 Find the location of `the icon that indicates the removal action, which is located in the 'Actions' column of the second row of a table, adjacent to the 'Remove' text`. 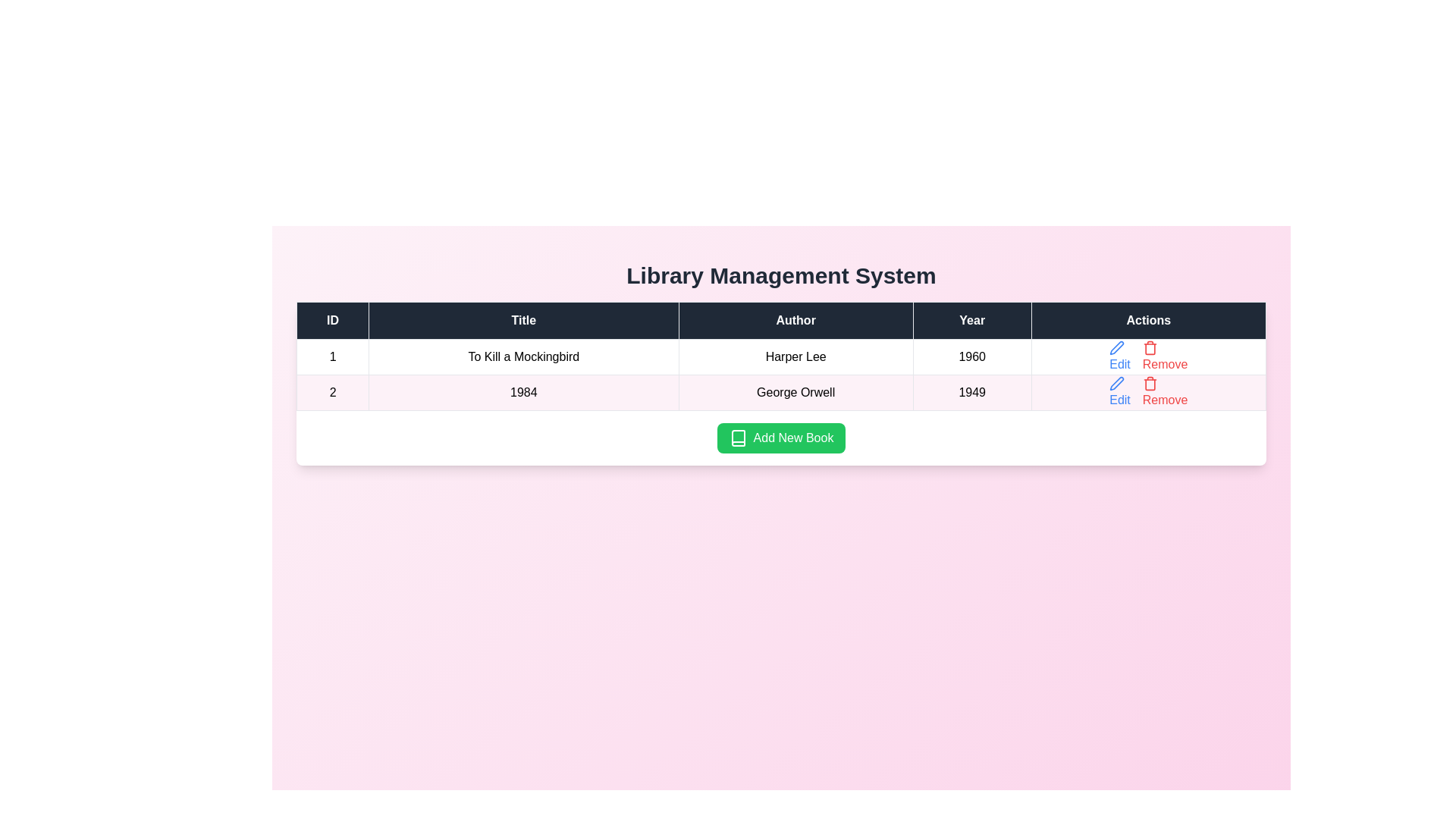

the icon that indicates the removal action, which is located in the 'Actions' column of the second row of a table, adjacent to the 'Remove' text is located at coordinates (1150, 348).